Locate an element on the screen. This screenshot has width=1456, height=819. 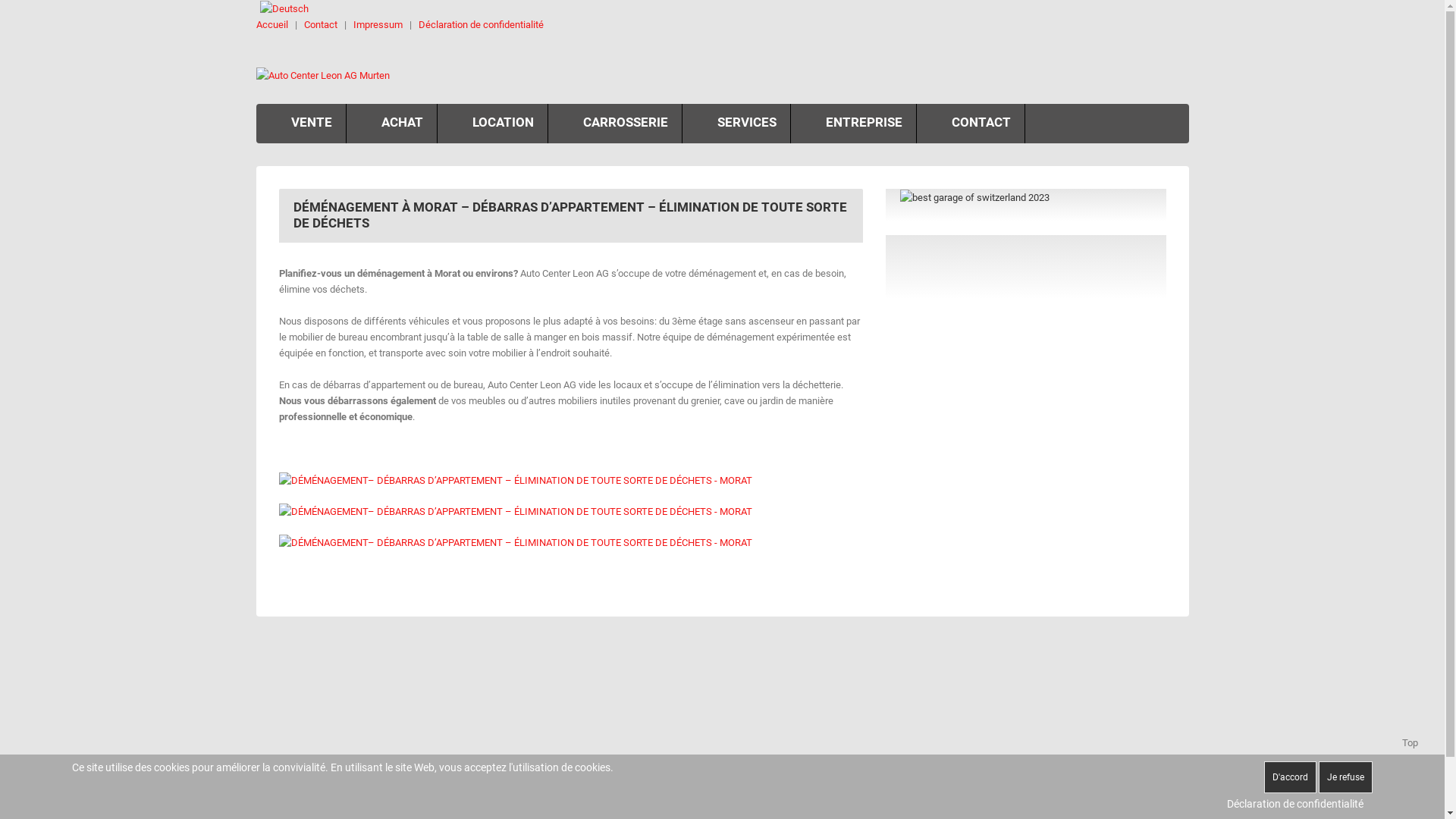
'CONTACT' is located at coordinates (968, 122).